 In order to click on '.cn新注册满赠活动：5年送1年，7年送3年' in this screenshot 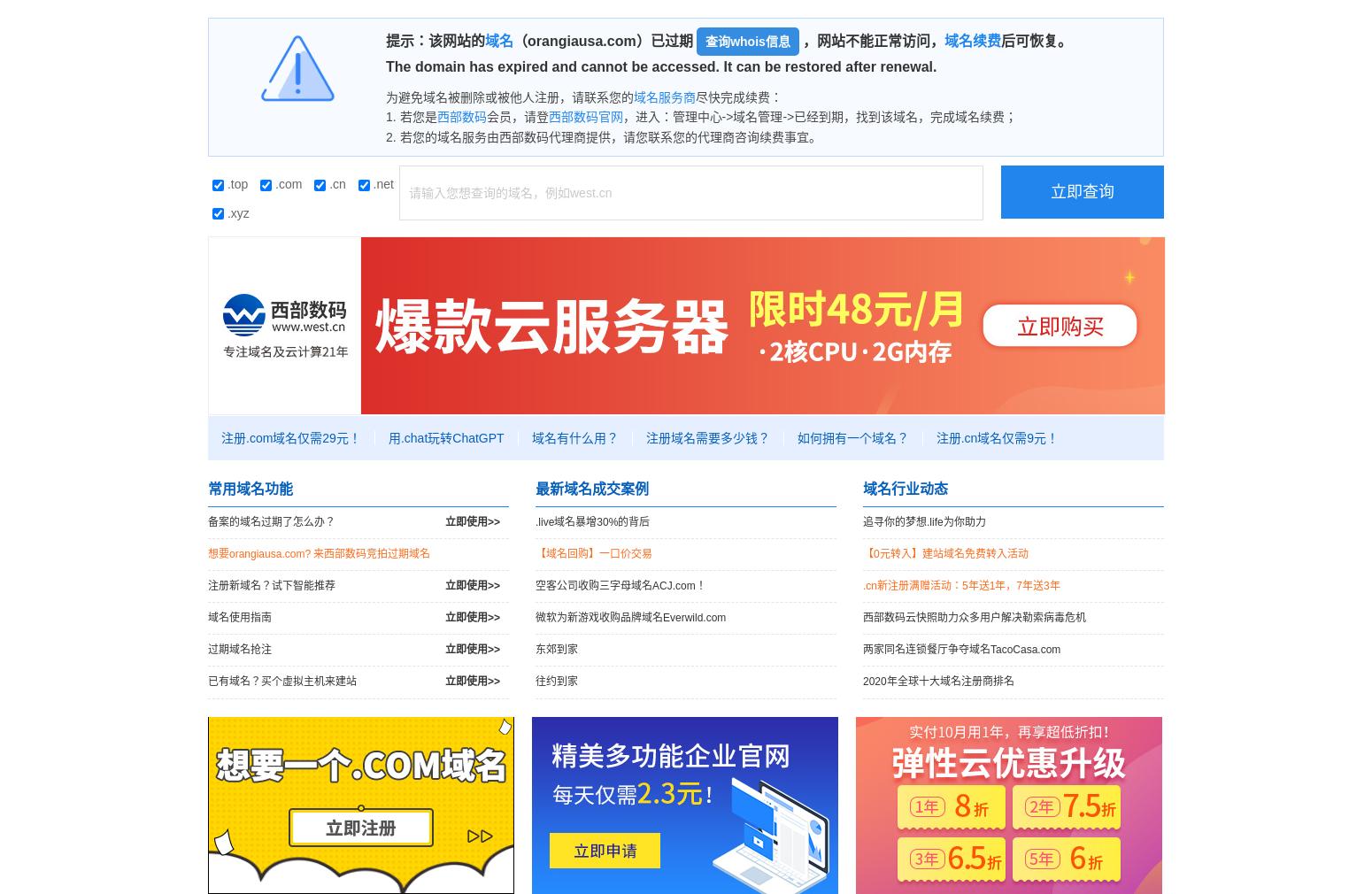, I will do `click(960, 584)`.